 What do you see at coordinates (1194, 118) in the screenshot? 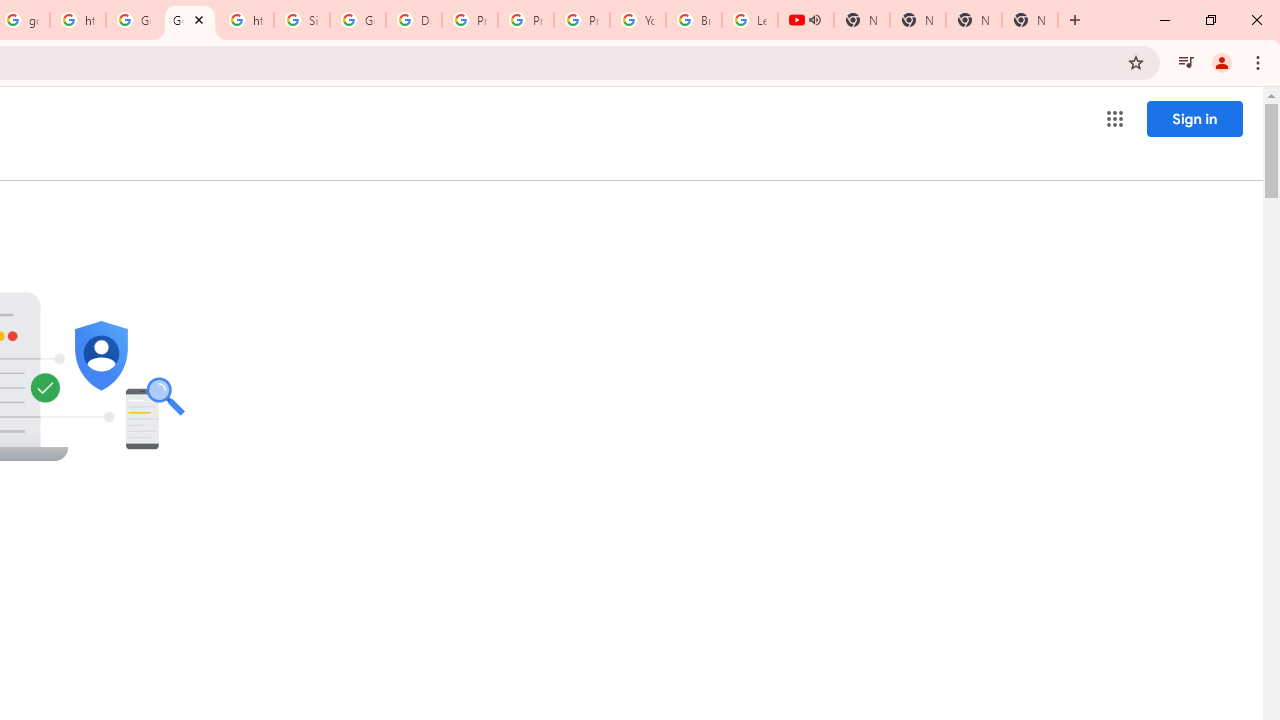
I see `'Sign in'` at bounding box center [1194, 118].